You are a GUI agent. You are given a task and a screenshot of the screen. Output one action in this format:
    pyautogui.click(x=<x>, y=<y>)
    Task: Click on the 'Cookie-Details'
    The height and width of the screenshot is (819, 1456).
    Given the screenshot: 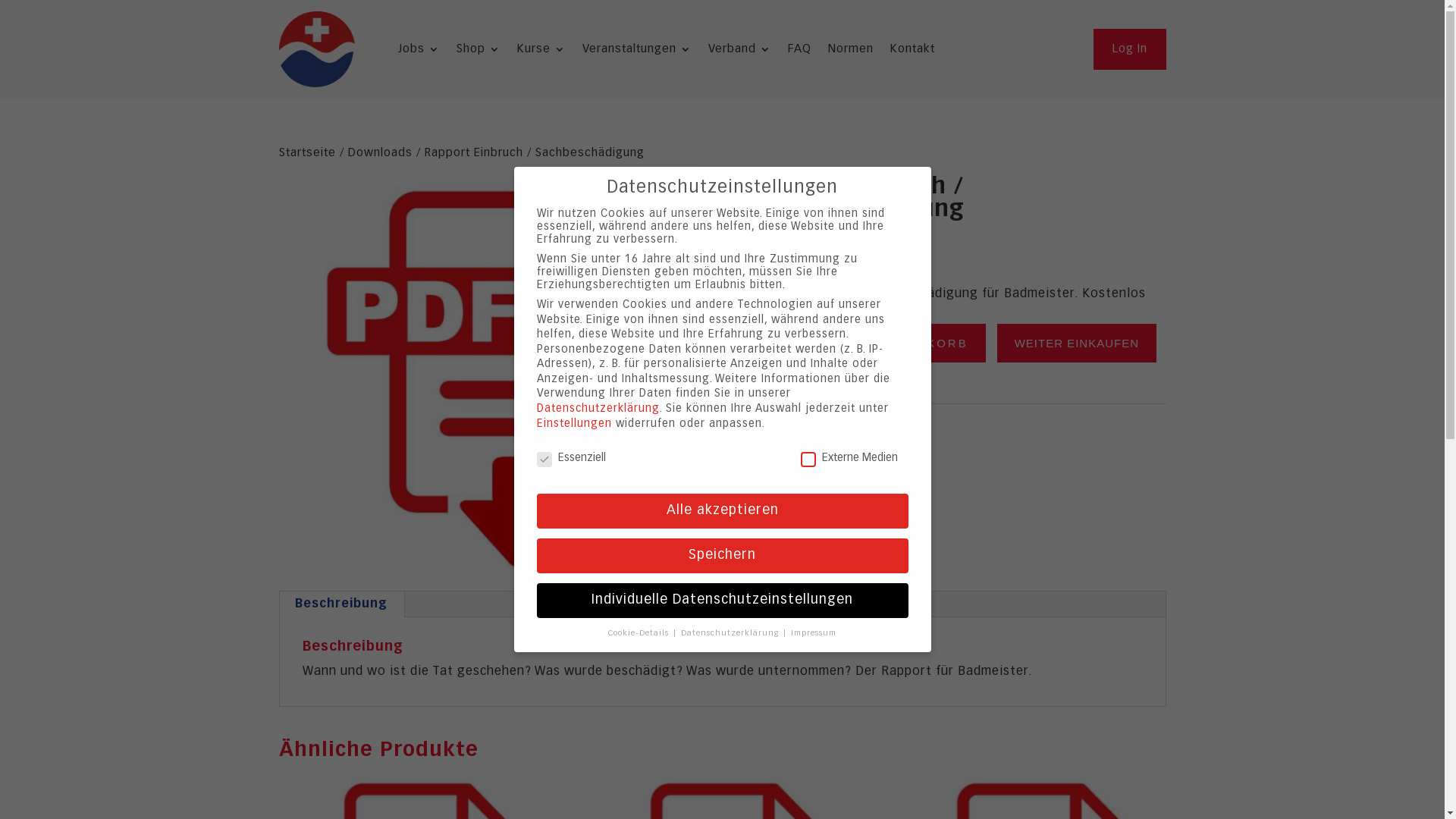 What is the action you would take?
    pyautogui.click(x=640, y=632)
    